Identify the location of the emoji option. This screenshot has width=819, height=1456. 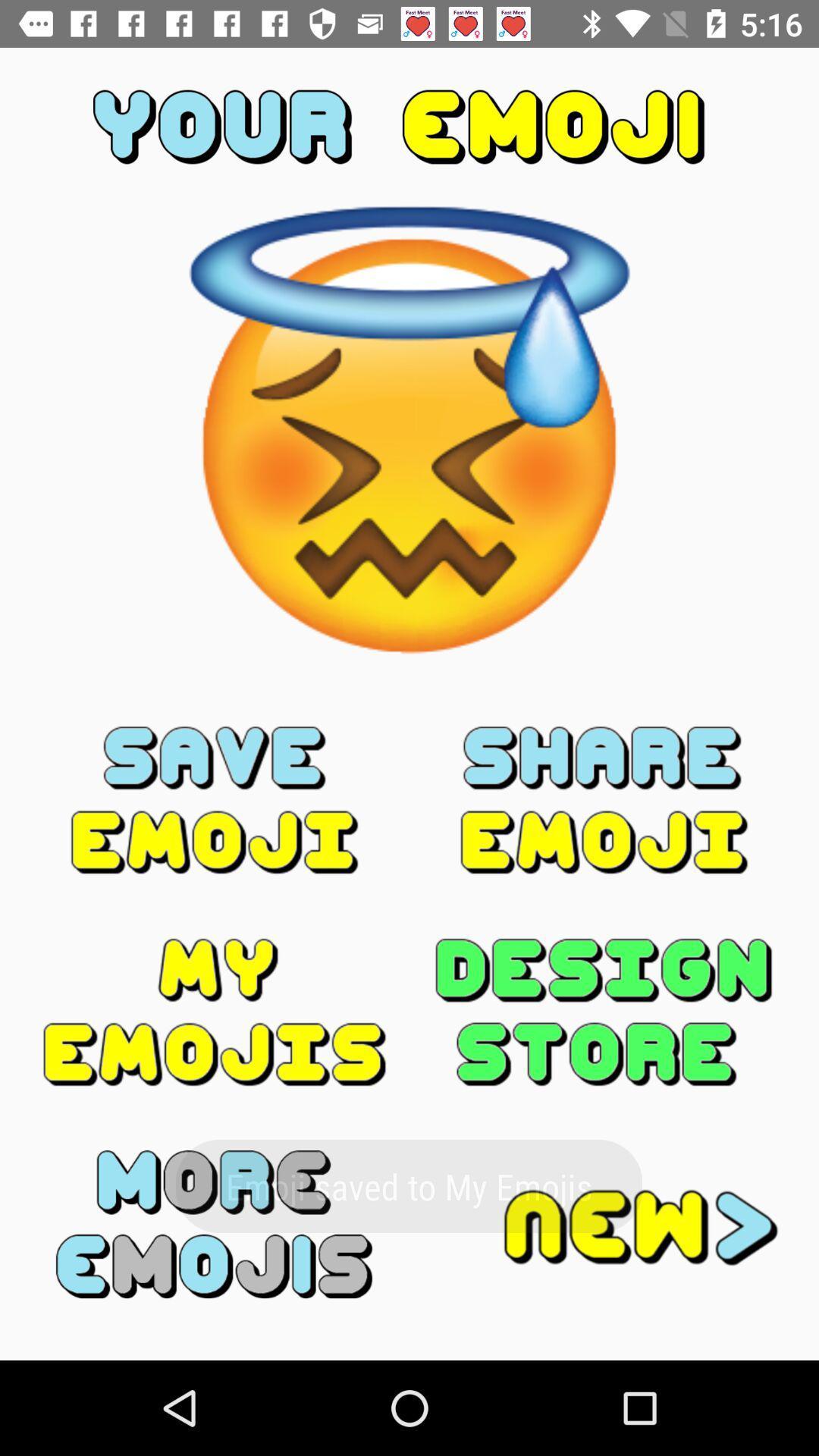
(215, 799).